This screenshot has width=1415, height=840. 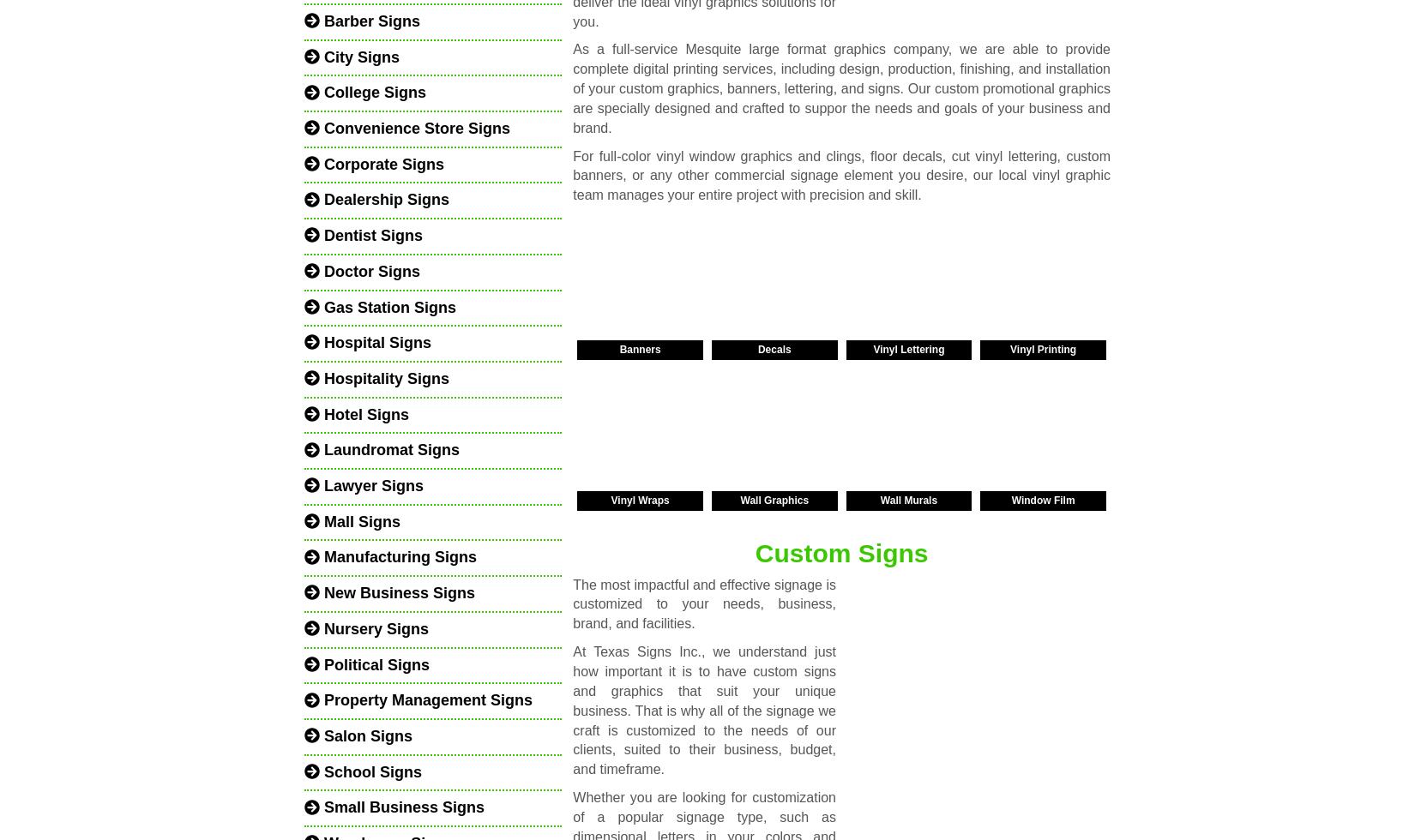 What do you see at coordinates (358, 520) in the screenshot?
I see `'Mall Signs'` at bounding box center [358, 520].